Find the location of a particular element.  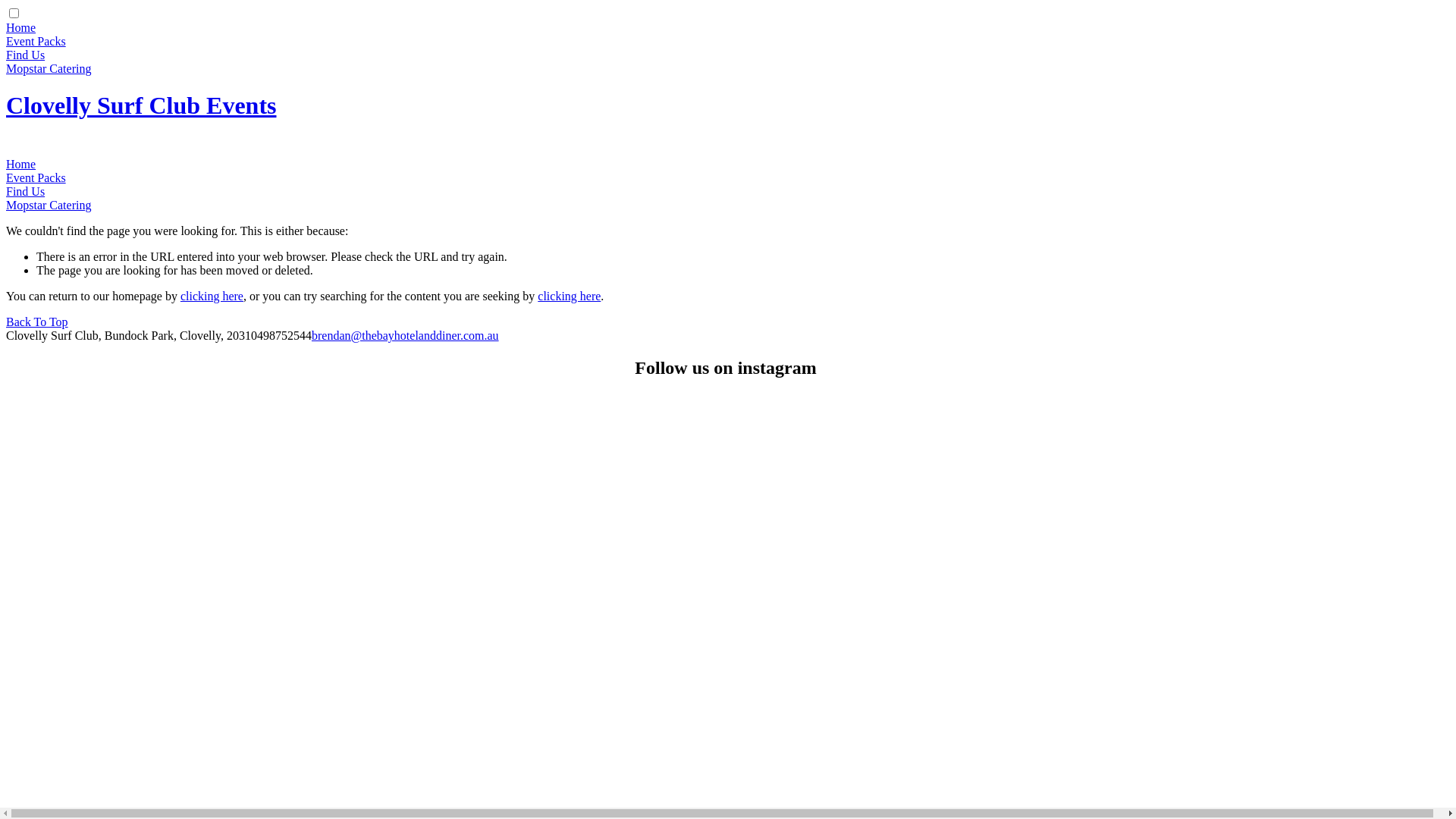

'Event Packs' is located at coordinates (36, 40).